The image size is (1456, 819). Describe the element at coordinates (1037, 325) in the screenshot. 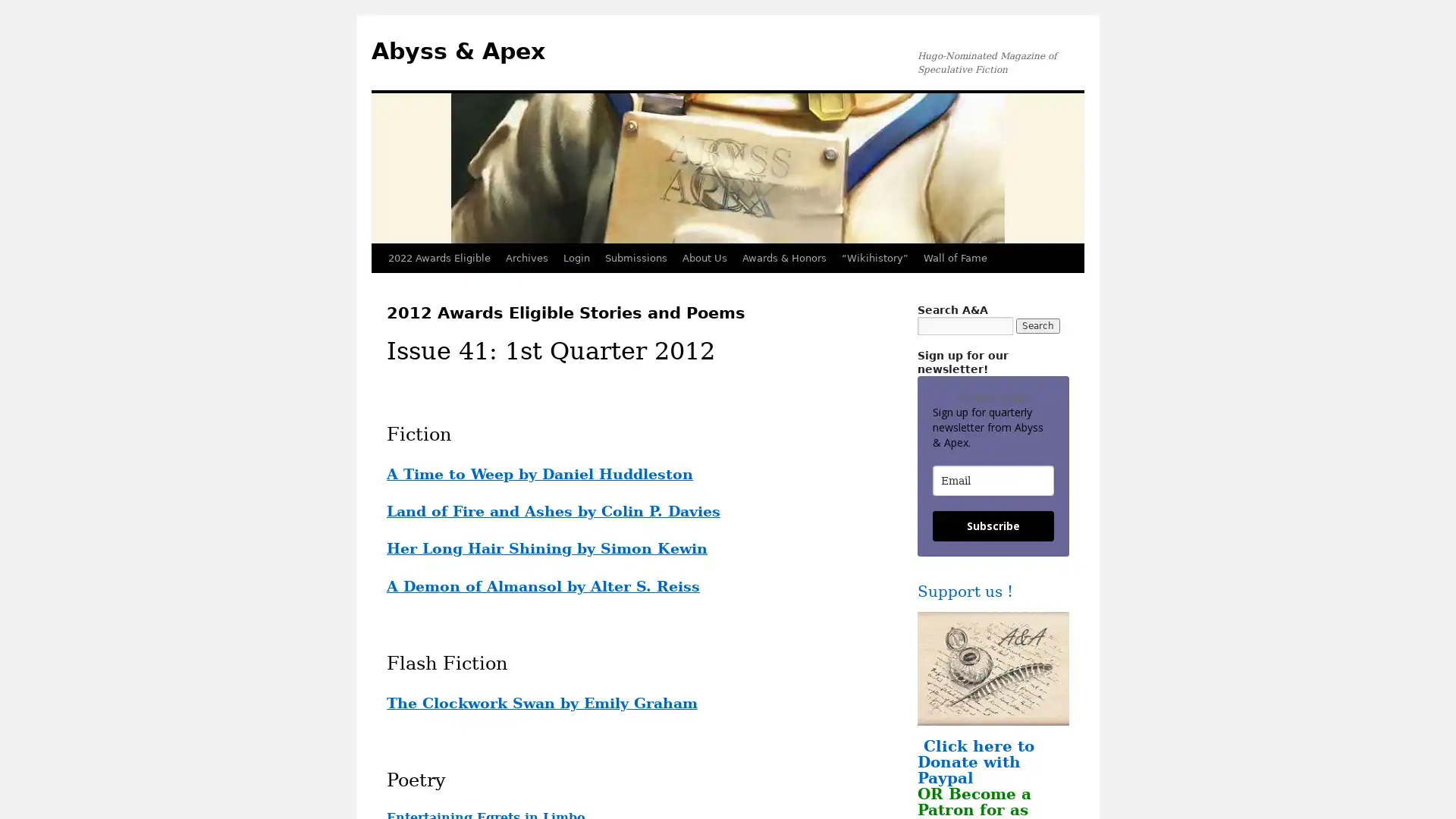

I see `Search` at that location.